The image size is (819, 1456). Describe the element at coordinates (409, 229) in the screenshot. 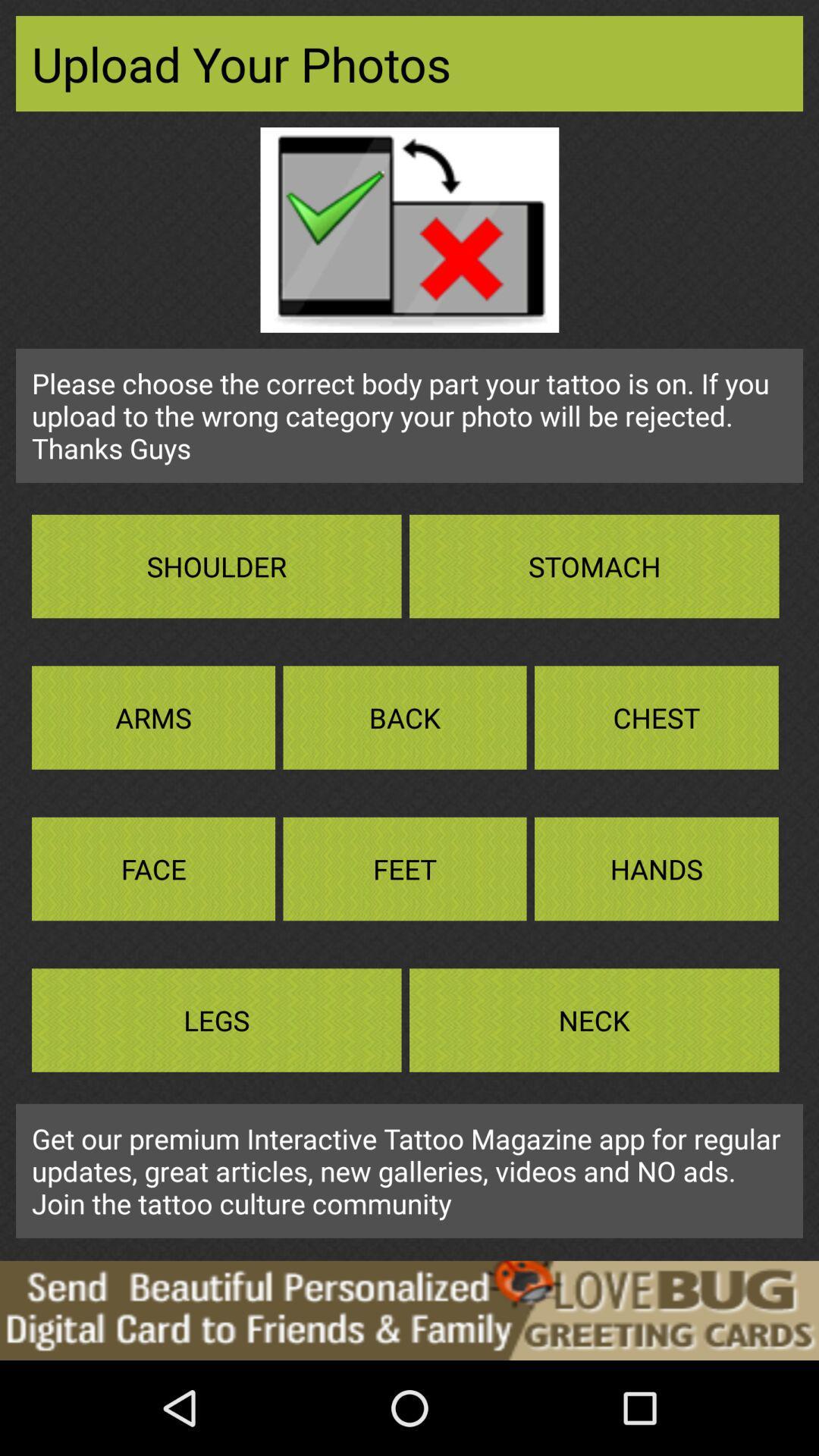

I see `the image shown at top below upload` at that location.